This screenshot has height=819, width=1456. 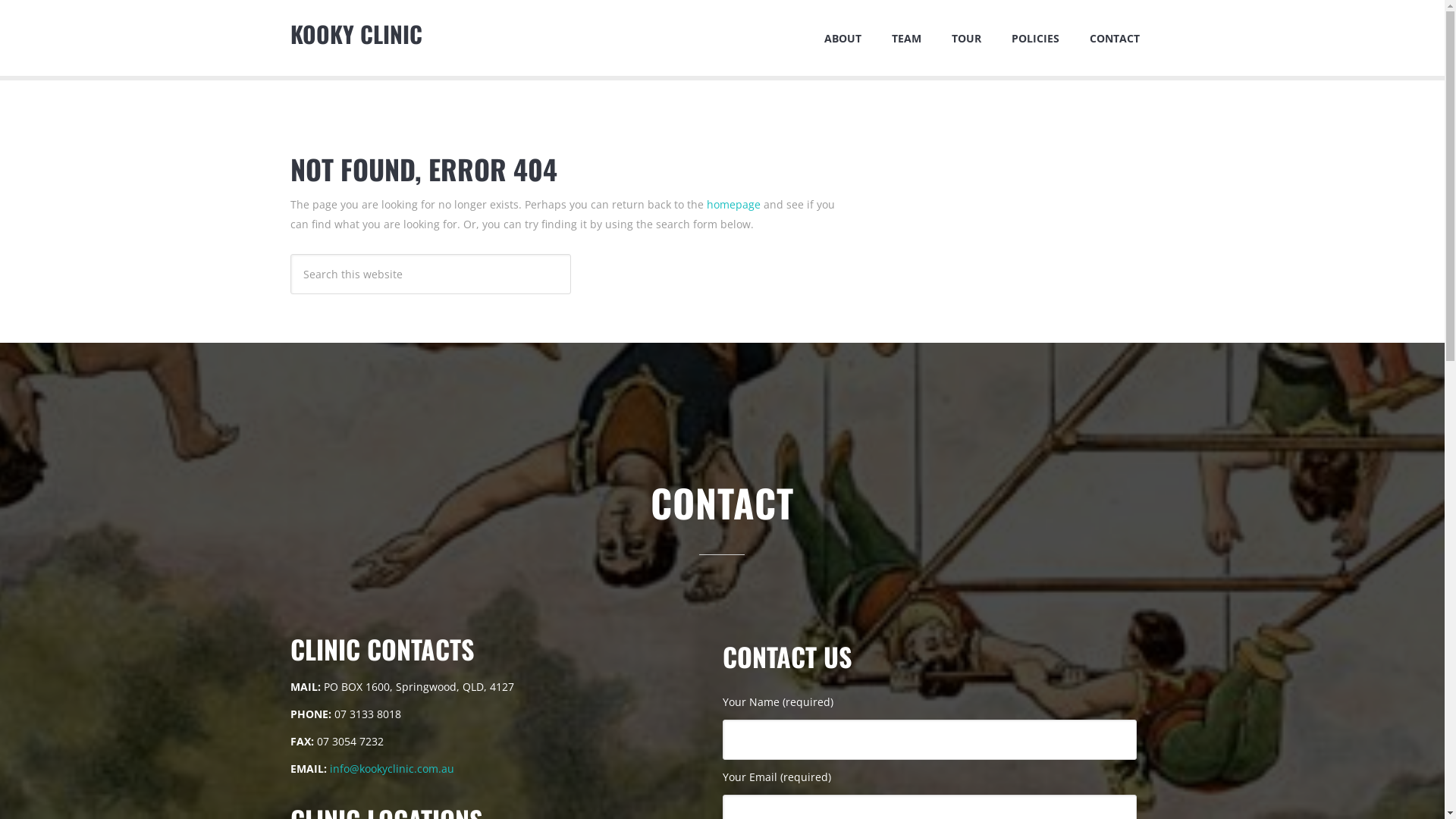 I want to click on 'TEAM', so click(x=906, y=37).